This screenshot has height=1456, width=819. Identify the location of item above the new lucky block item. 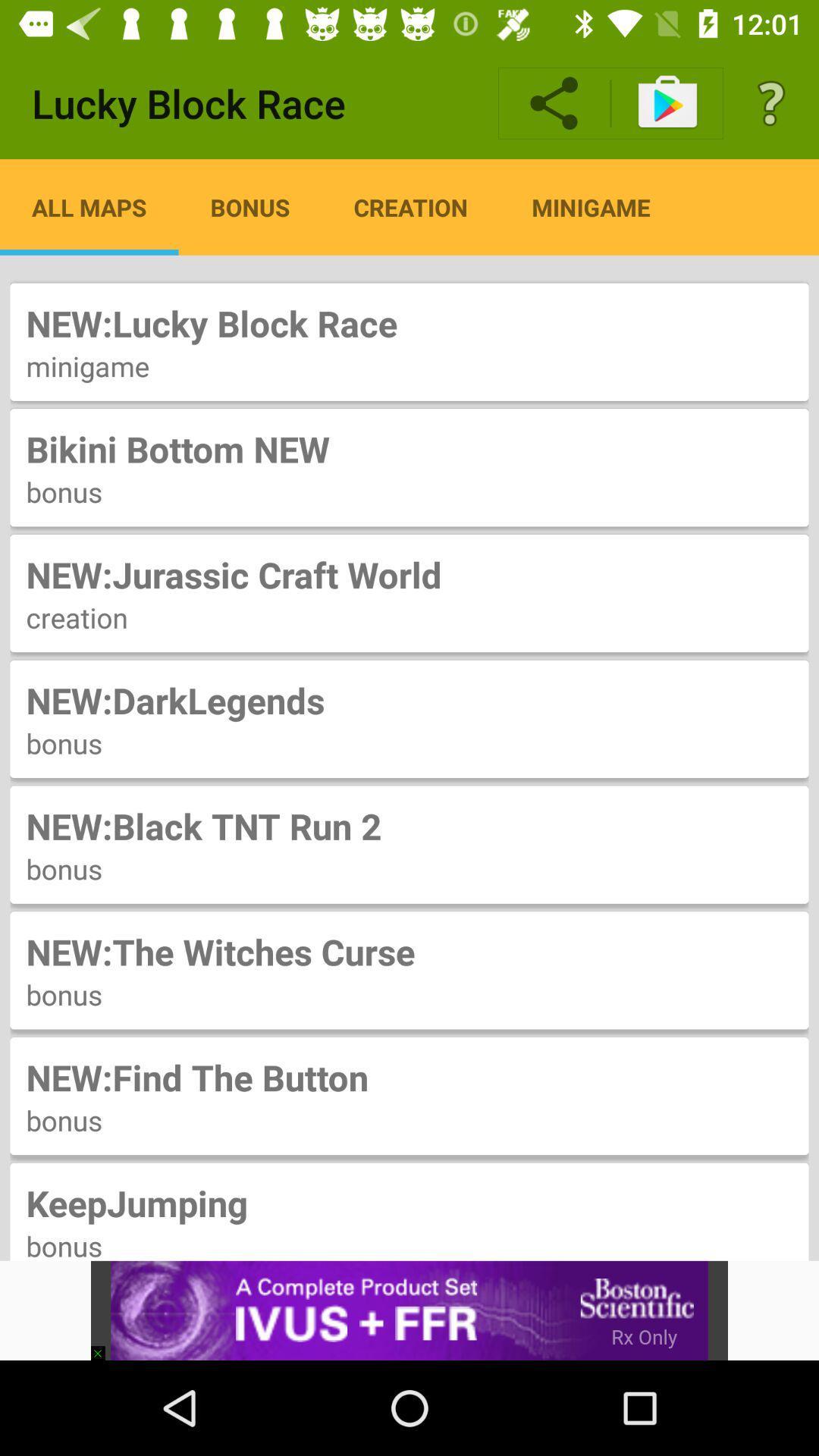
(771, 102).